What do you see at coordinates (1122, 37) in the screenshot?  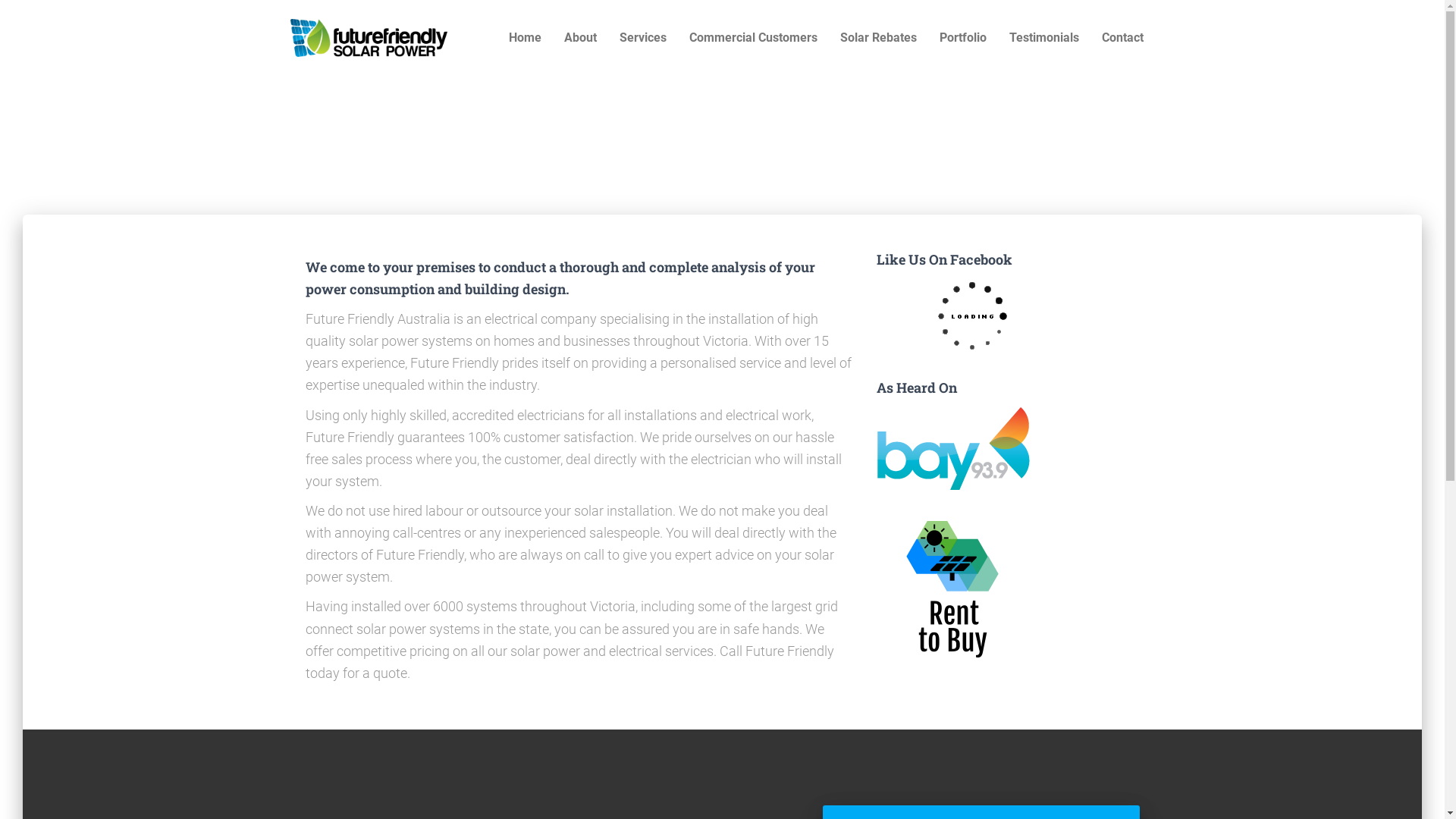 I see `'Contact'` at bounding box center [1122, 37].